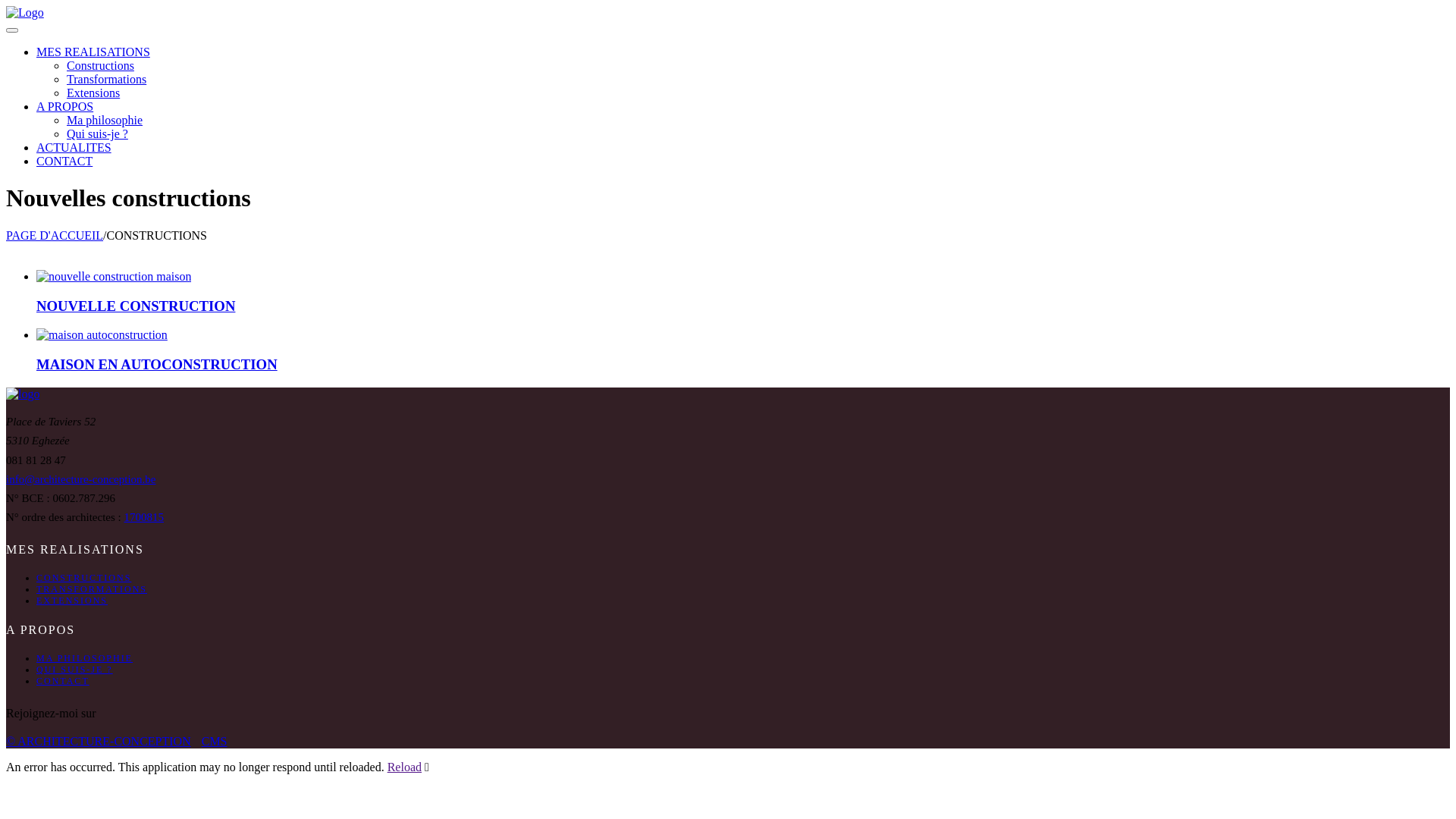 The height and width of the screenshot is (819, 1456). Describe the element at coordinates (55, 235) in the screenshot. I see `'PAGE D'ACCUEIL'` at that location.